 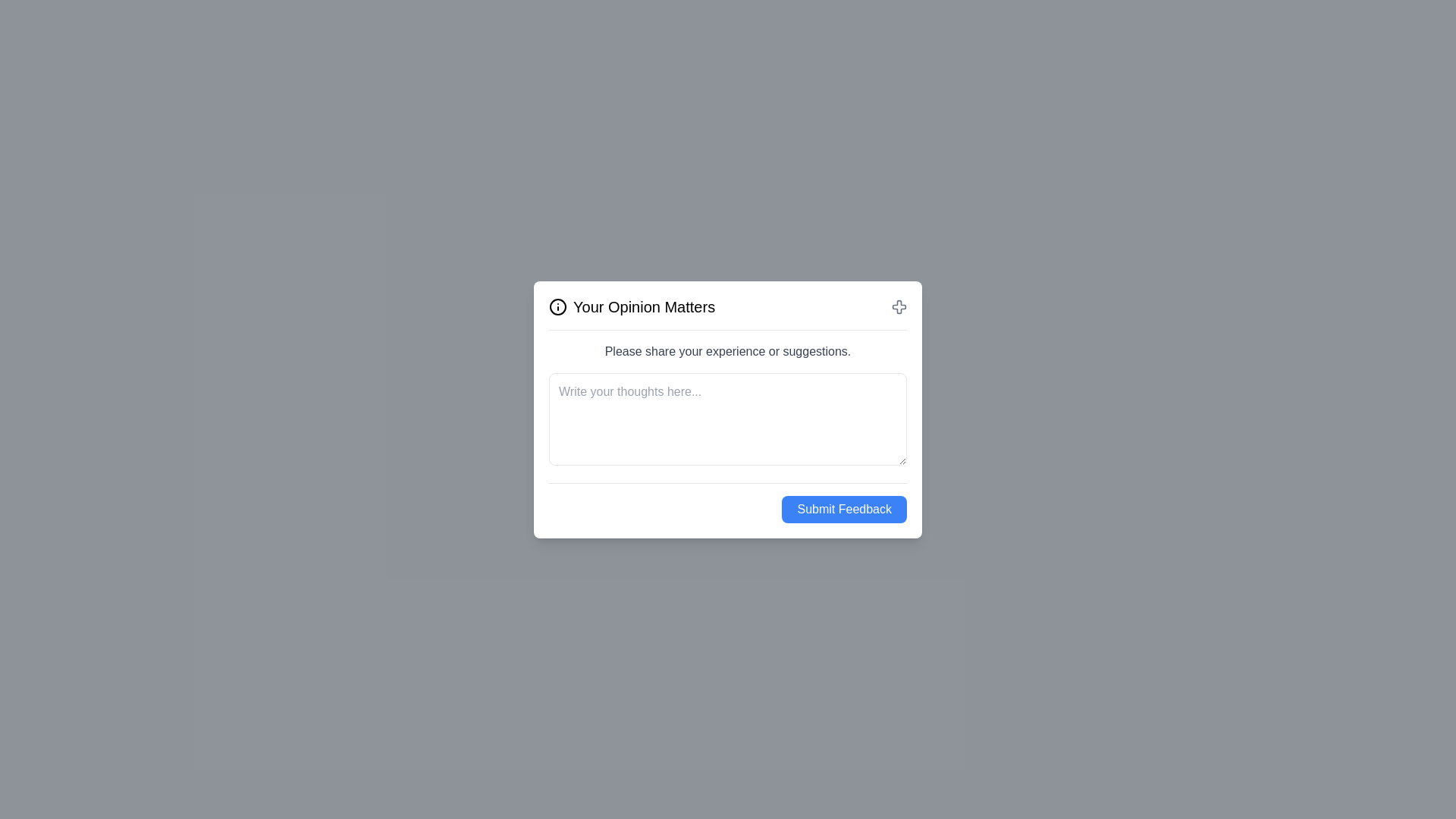 What do you see at coordinates (728, 419) in the screenshot?
I see `the feedback textarea and input the desired text` at bounding box center [728, 419].